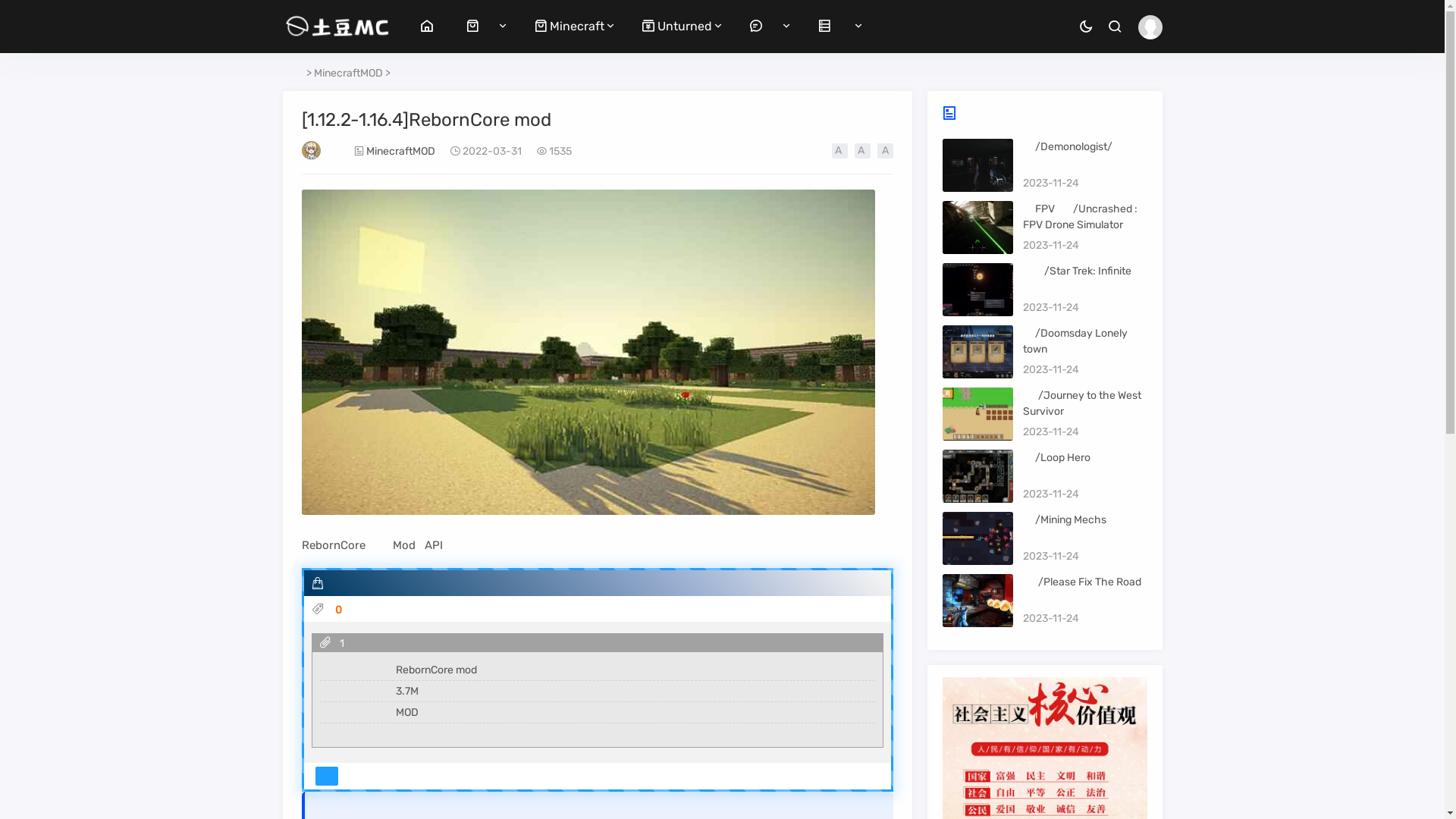 The width and height of the screenshot is (1456, 819). I want to click on 'Unturned', so click(642, 26).